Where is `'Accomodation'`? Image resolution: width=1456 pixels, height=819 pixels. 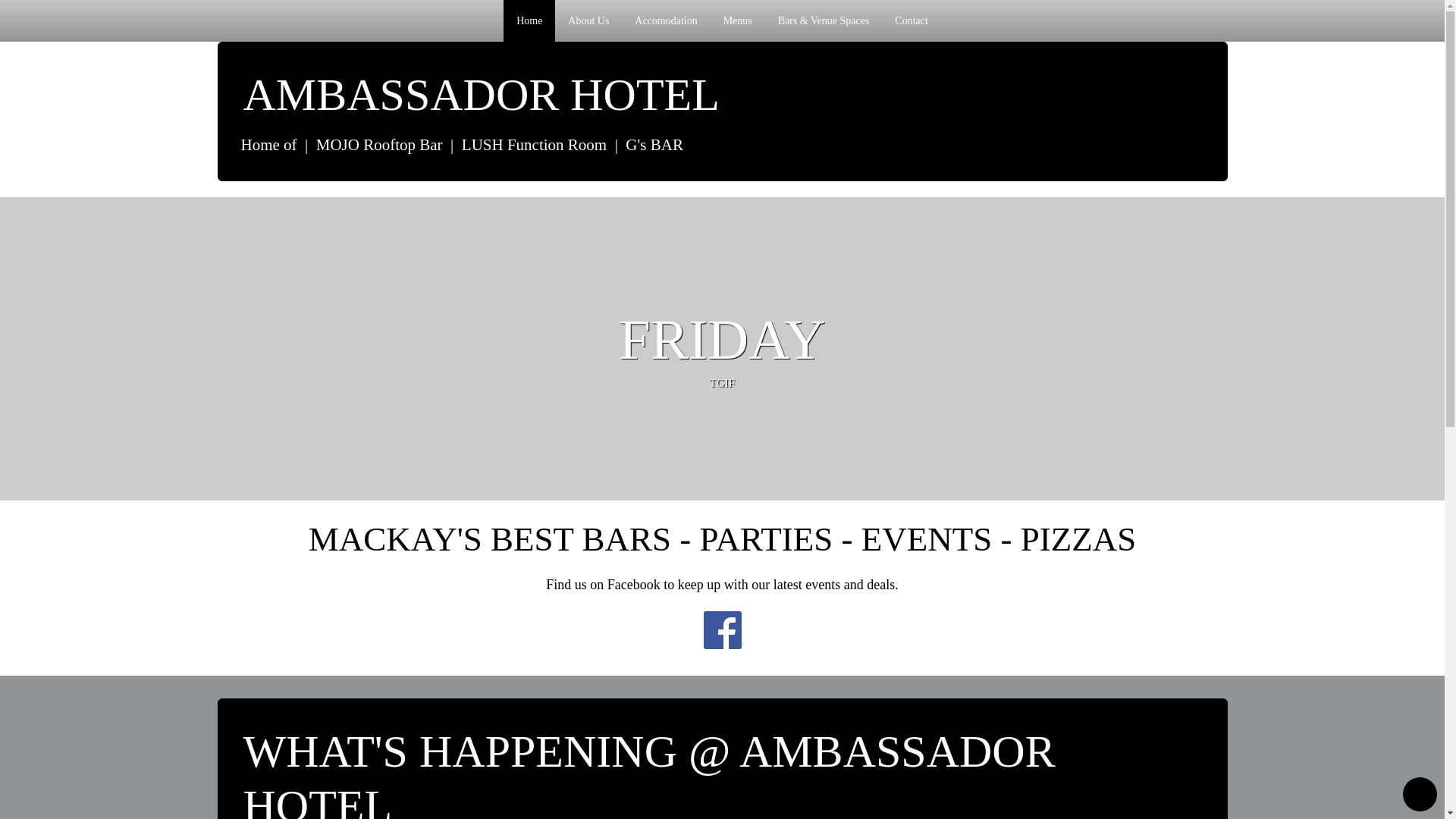 'Accomodation' is located at coordinates (666, 20).